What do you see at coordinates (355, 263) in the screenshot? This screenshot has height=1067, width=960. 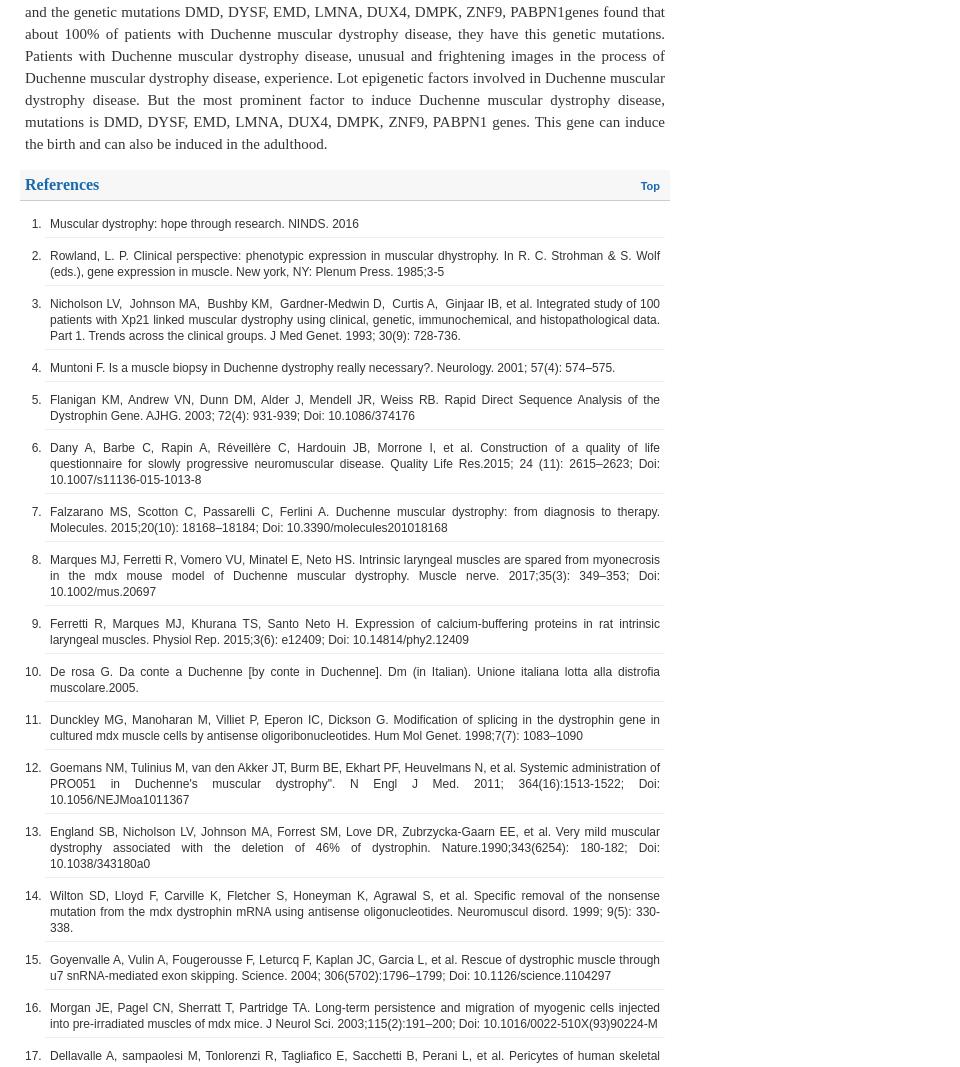 I see `'Rowland, L. P. Clinical perspective:  phenotypic expression in muscular dhystrophy. In R. C. Strohman & S. Wolf  (eds.), gene expression in muscle. New york, NY: Plenum Press. 1985;3-5'` at bounding box center [355, 263].